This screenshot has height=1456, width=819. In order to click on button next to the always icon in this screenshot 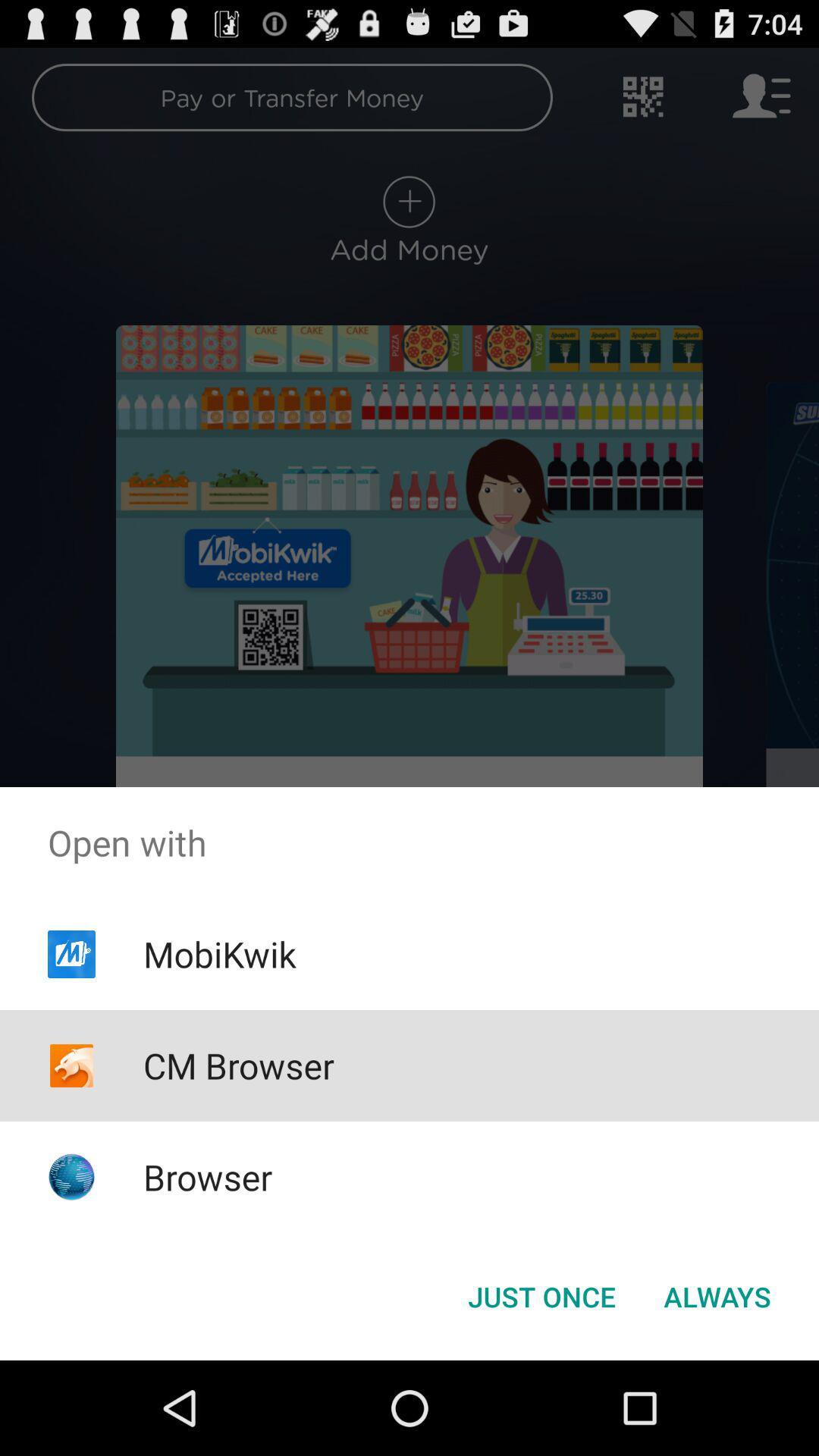, I will do `click(541, 1295)`.